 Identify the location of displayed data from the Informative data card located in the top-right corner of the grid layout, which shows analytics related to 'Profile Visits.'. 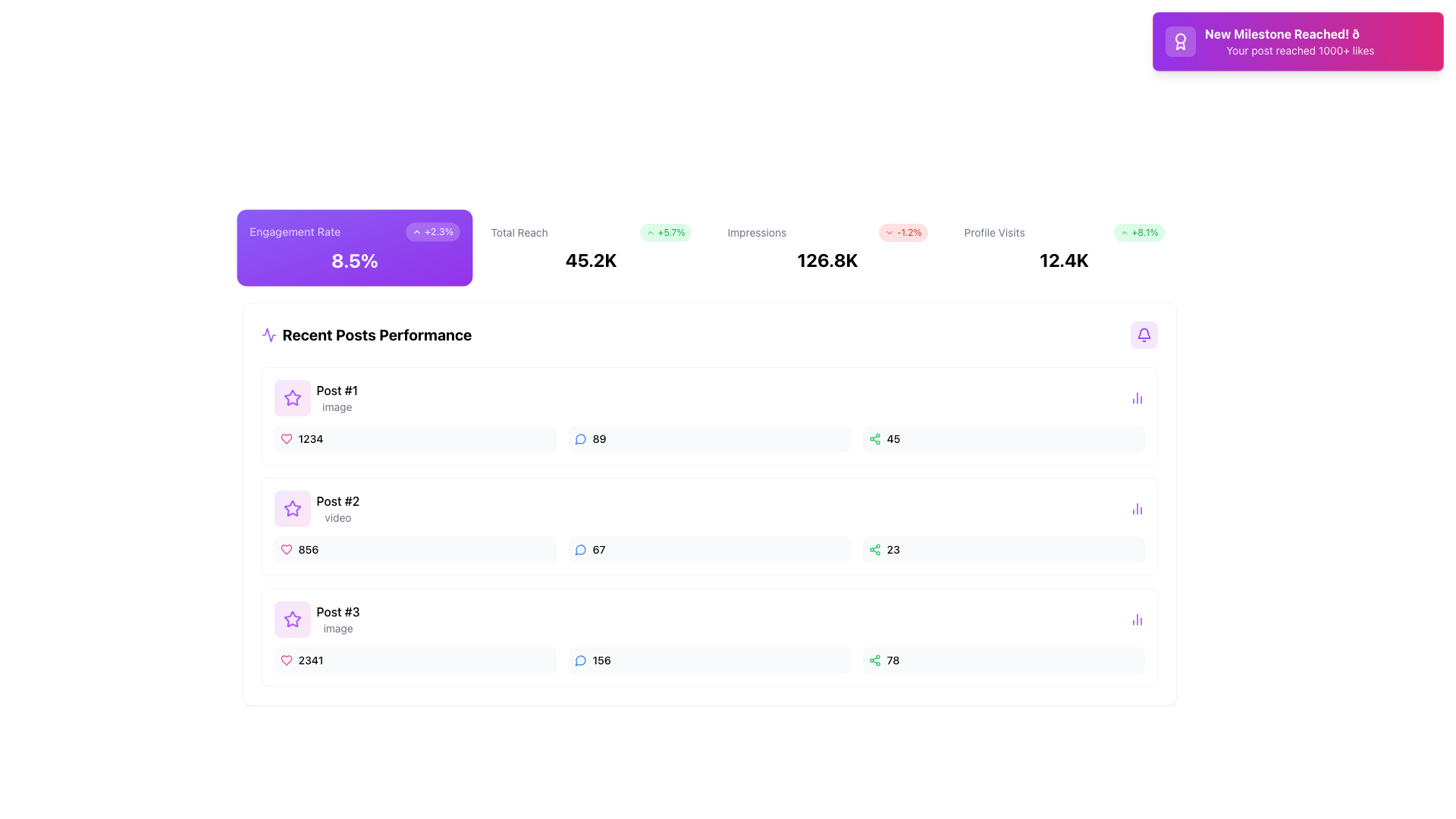
(1063, 247).